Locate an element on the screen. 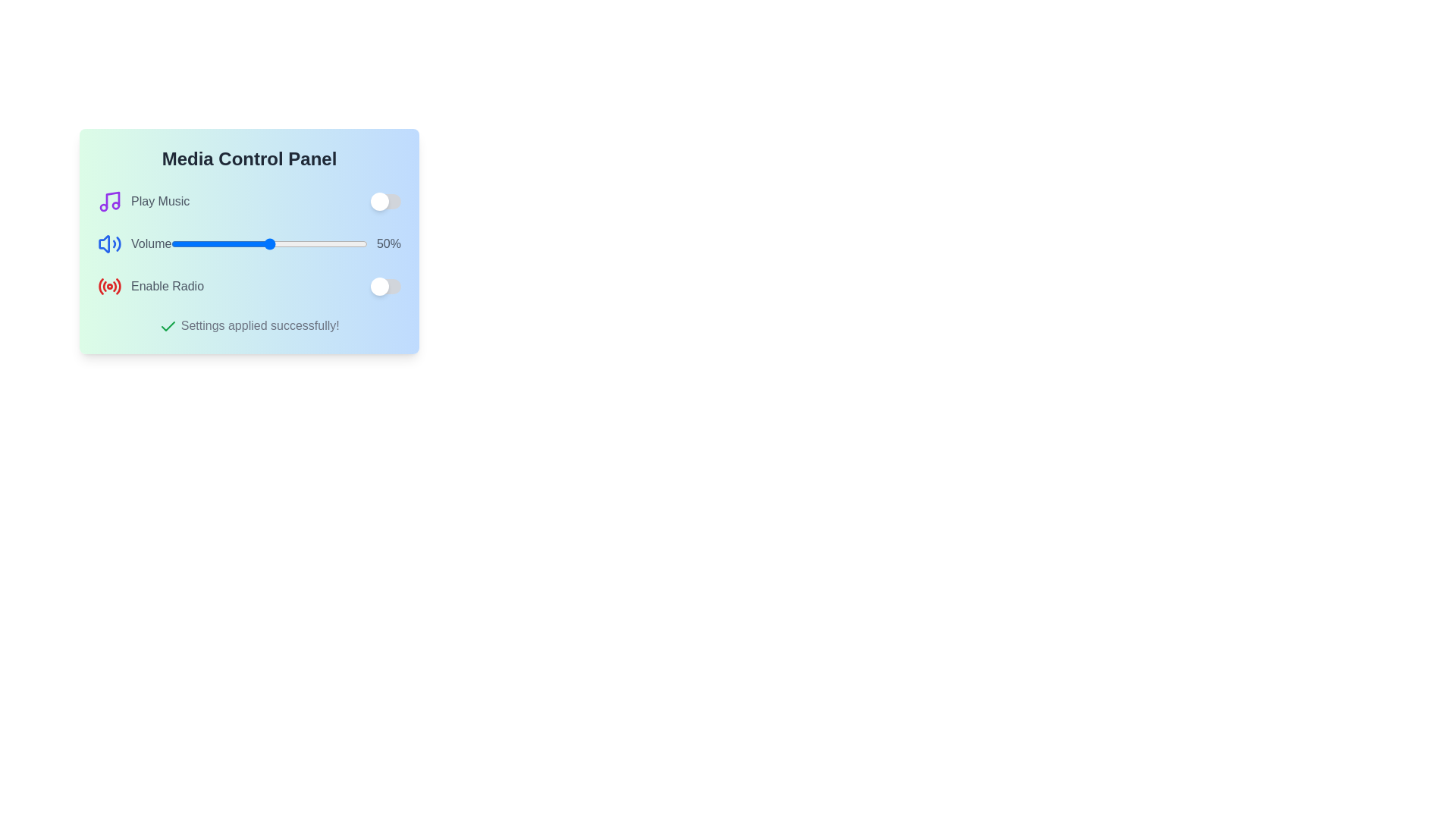 Image resolution: width=1456 pixels, height=819 pixels. the text element displaying '50%' in gray color, located to the right of the volume slider within the volume control section is located at coordinates (389, 243).